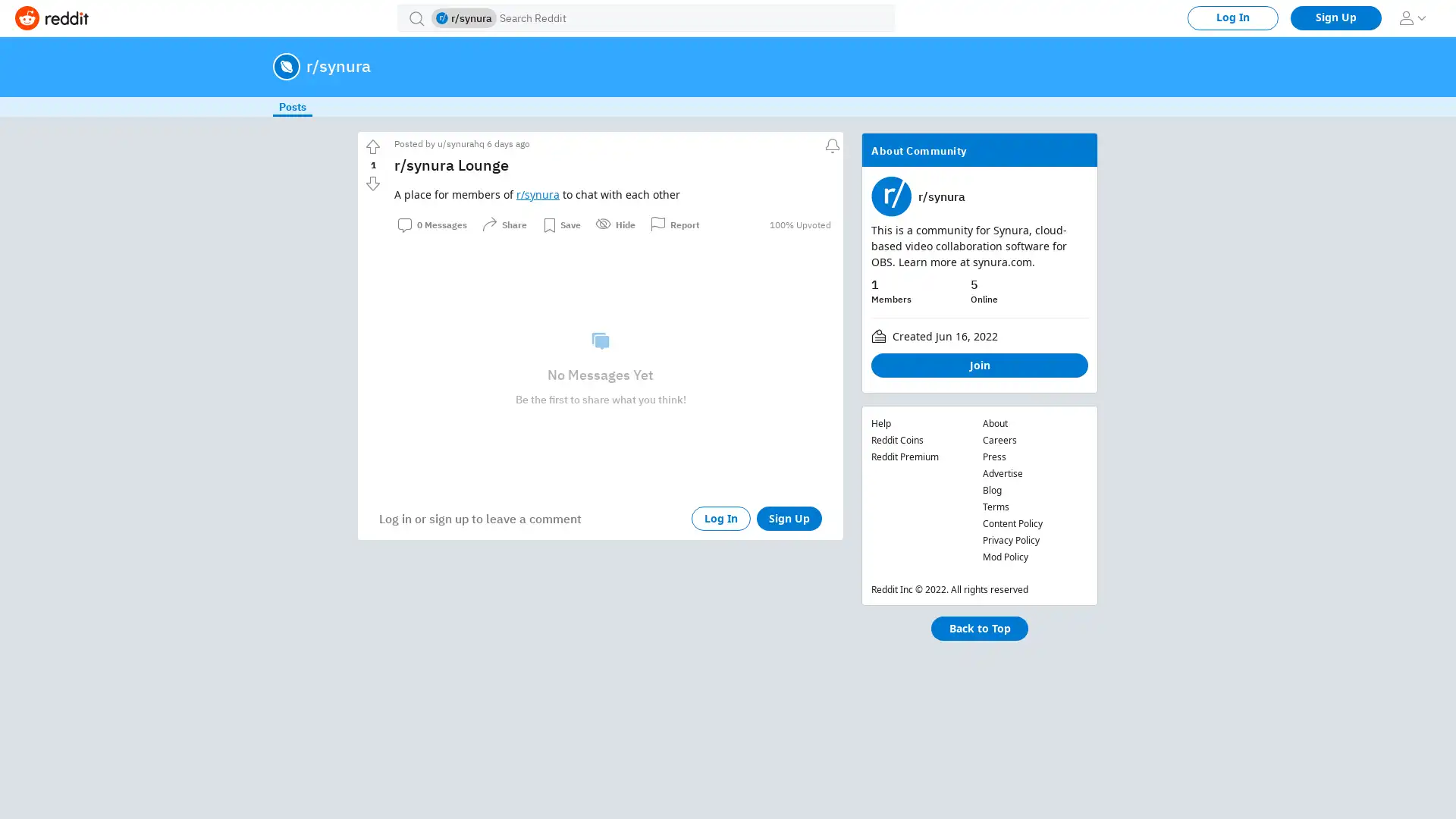  Describe the element at coordinates (1335, 17) in the screenshot. I see `Sign Up` at that location.